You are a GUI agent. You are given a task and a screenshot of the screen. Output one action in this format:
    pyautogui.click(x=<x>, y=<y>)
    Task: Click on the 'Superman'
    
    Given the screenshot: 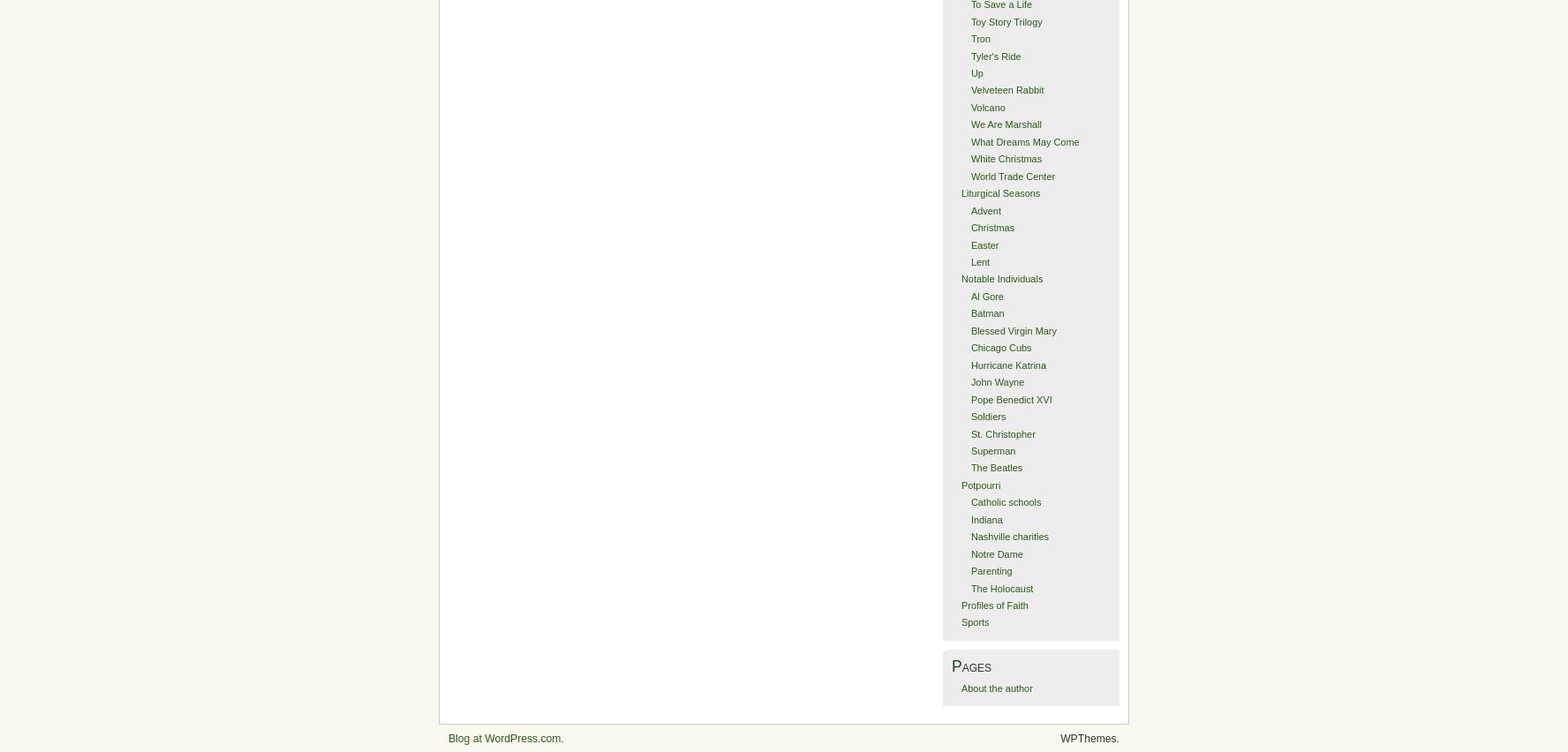 What is the action you would take?
    pyautogui.click(x=992, y=449)
    